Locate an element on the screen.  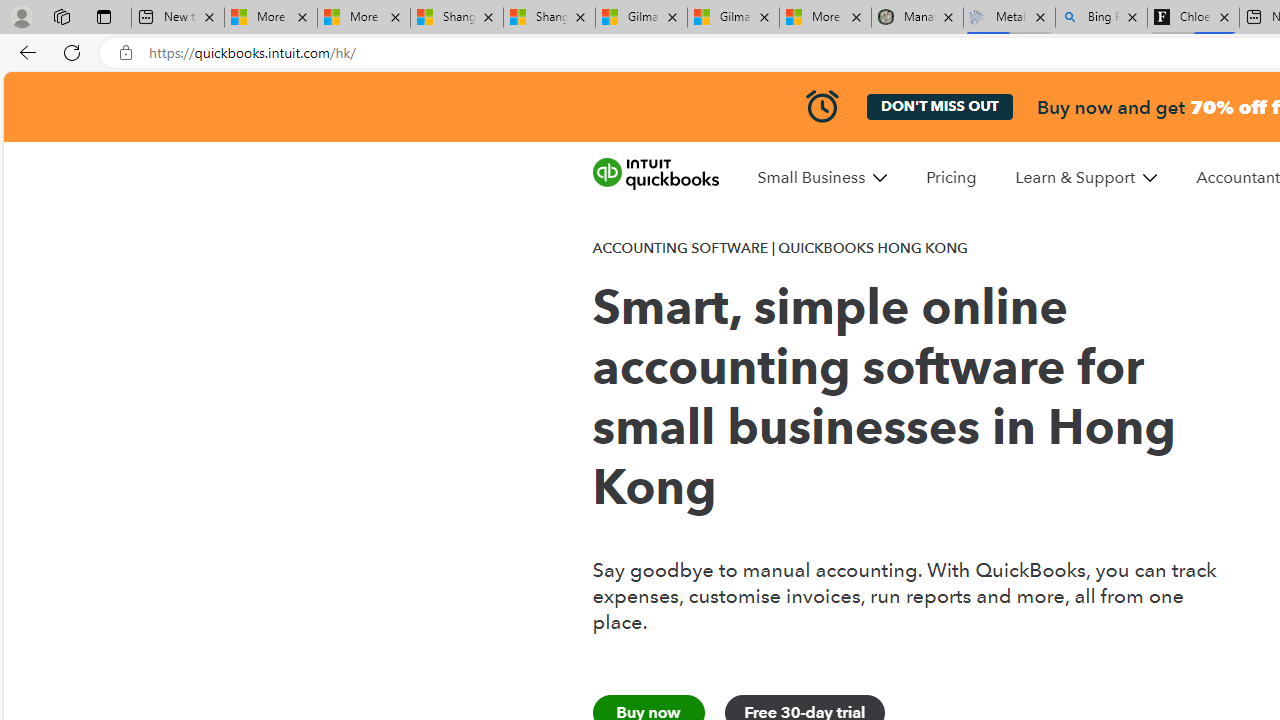
'Class: MenuItem_dDown__f585abf6 MenuItem_white__f585abf6' is located at coordinates (1150, 177).